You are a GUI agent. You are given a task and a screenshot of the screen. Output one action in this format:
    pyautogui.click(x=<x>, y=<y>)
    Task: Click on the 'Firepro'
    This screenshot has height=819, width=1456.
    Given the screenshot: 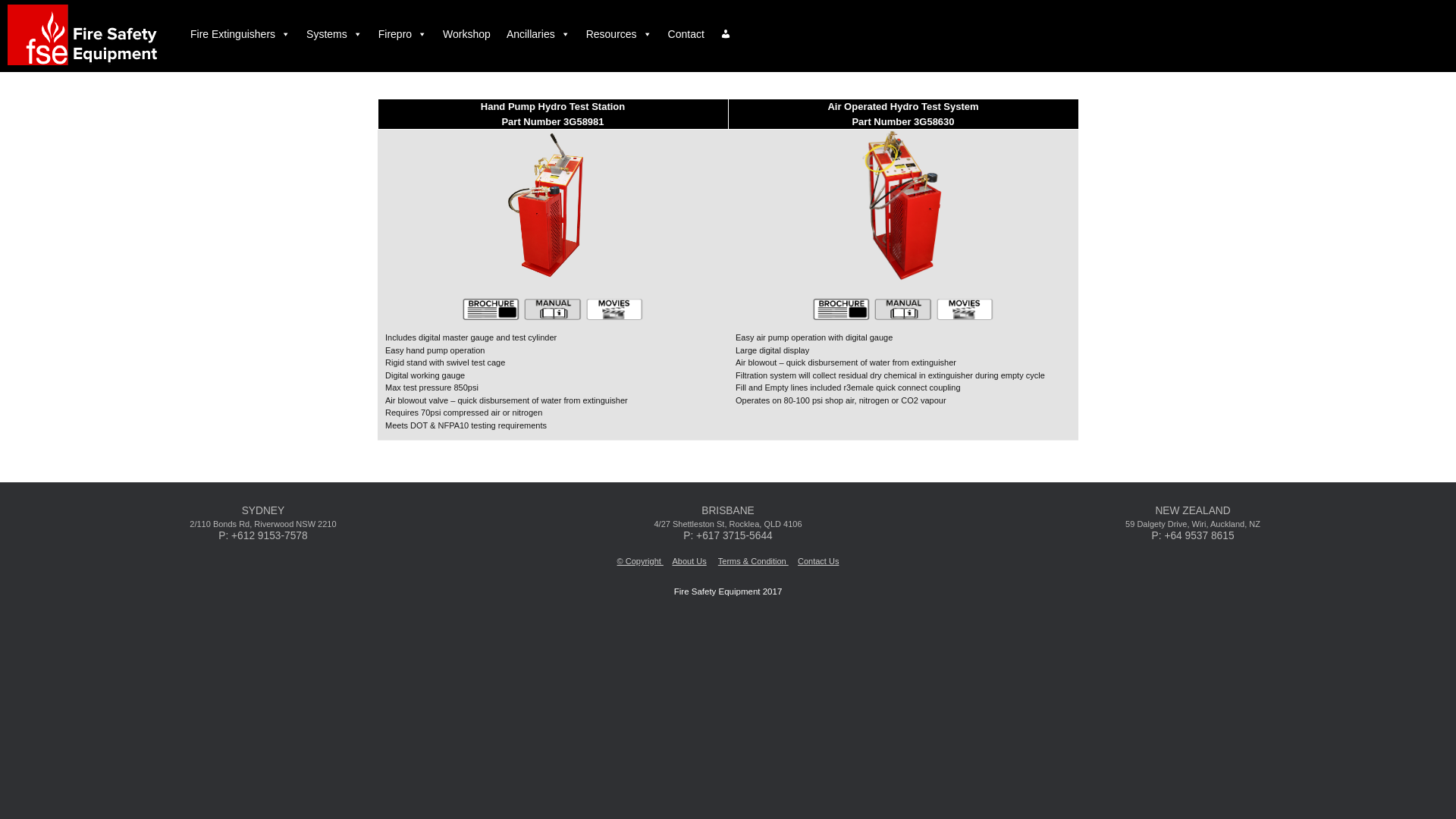 What is the action you would take?
    pyautogui.click(x=403, y=34)
    